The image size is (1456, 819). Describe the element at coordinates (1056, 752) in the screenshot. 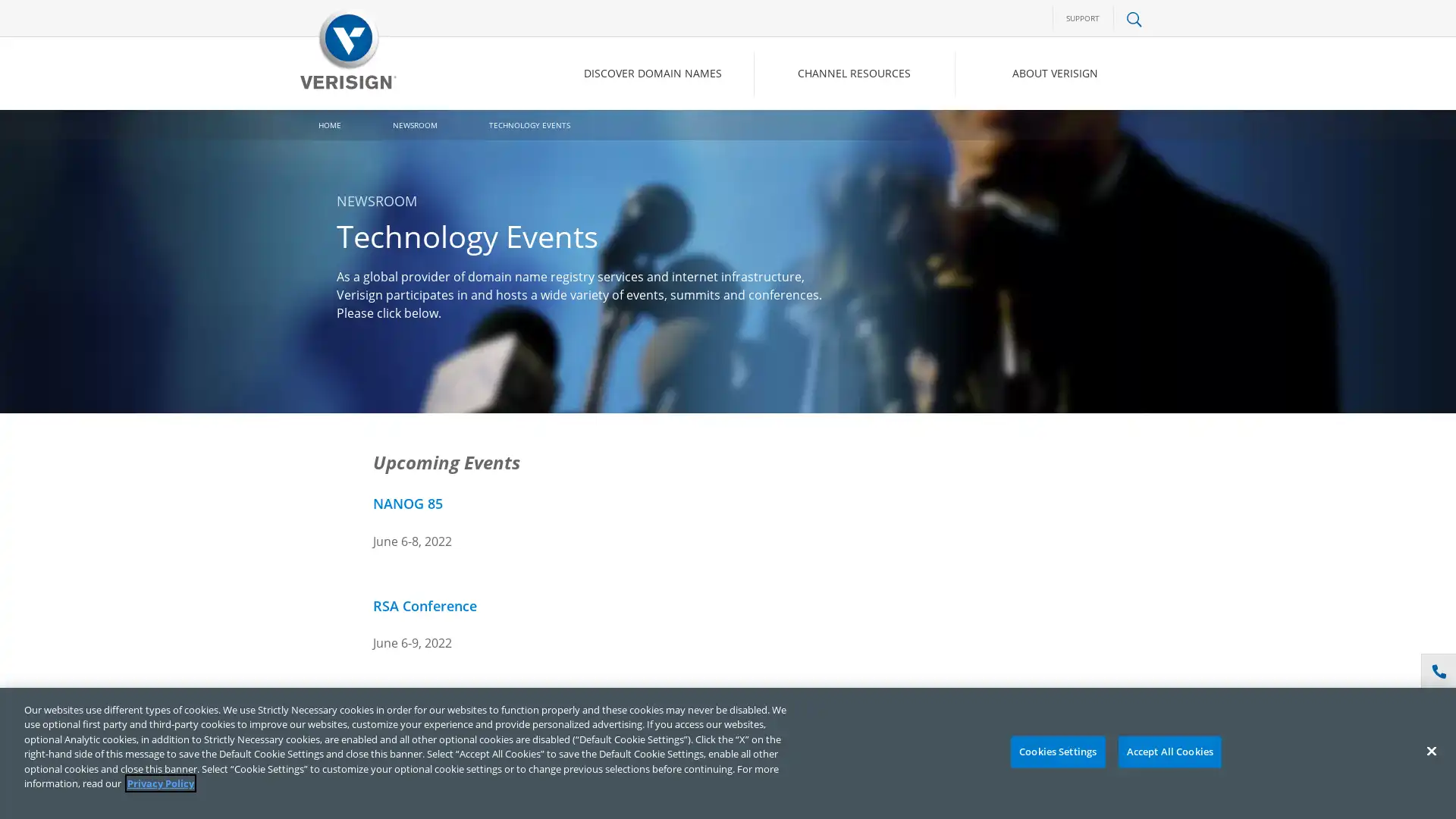

I see `Cookies Settings` at that location.